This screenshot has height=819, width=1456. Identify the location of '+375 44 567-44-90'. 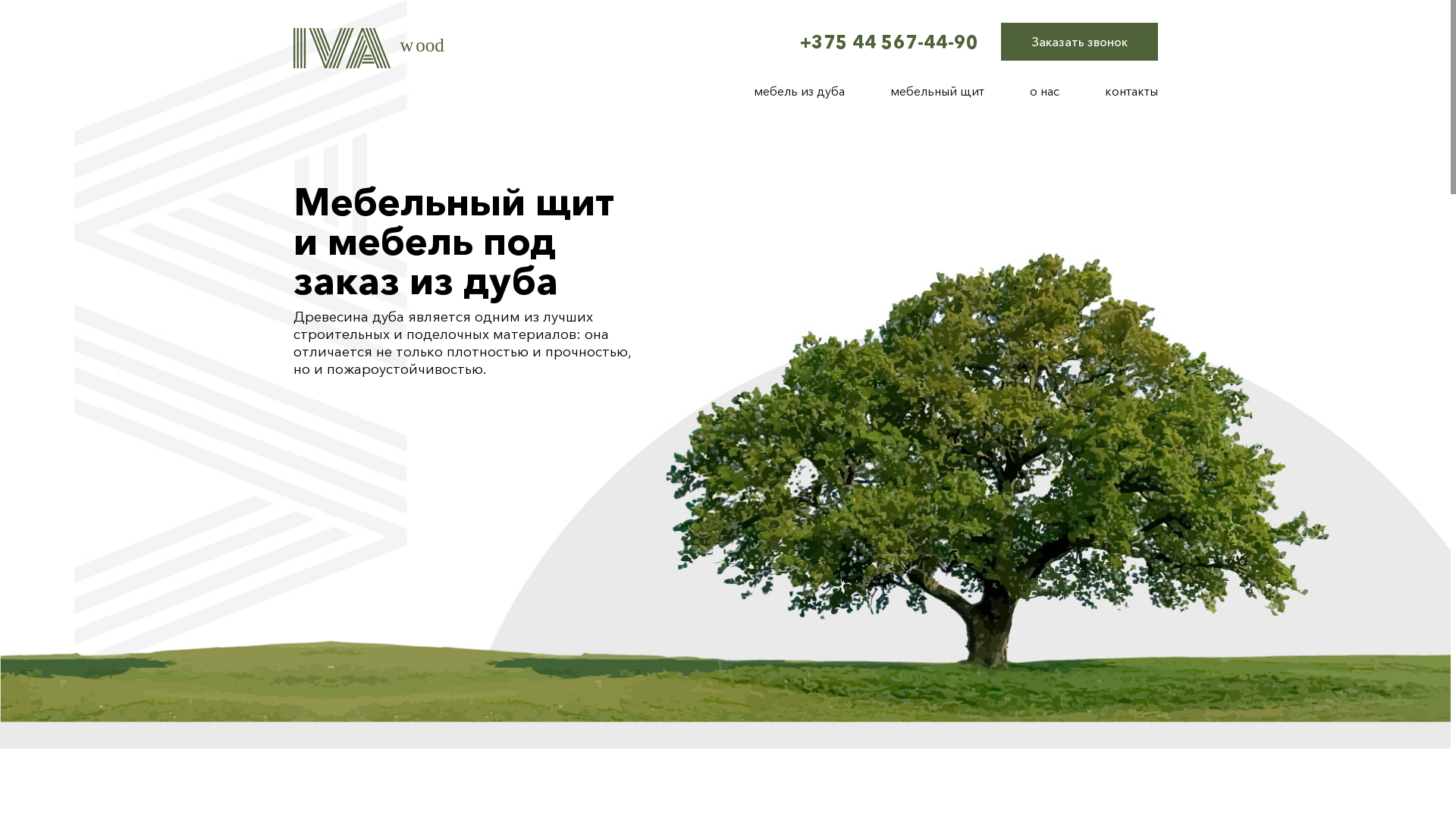
(888, 40).